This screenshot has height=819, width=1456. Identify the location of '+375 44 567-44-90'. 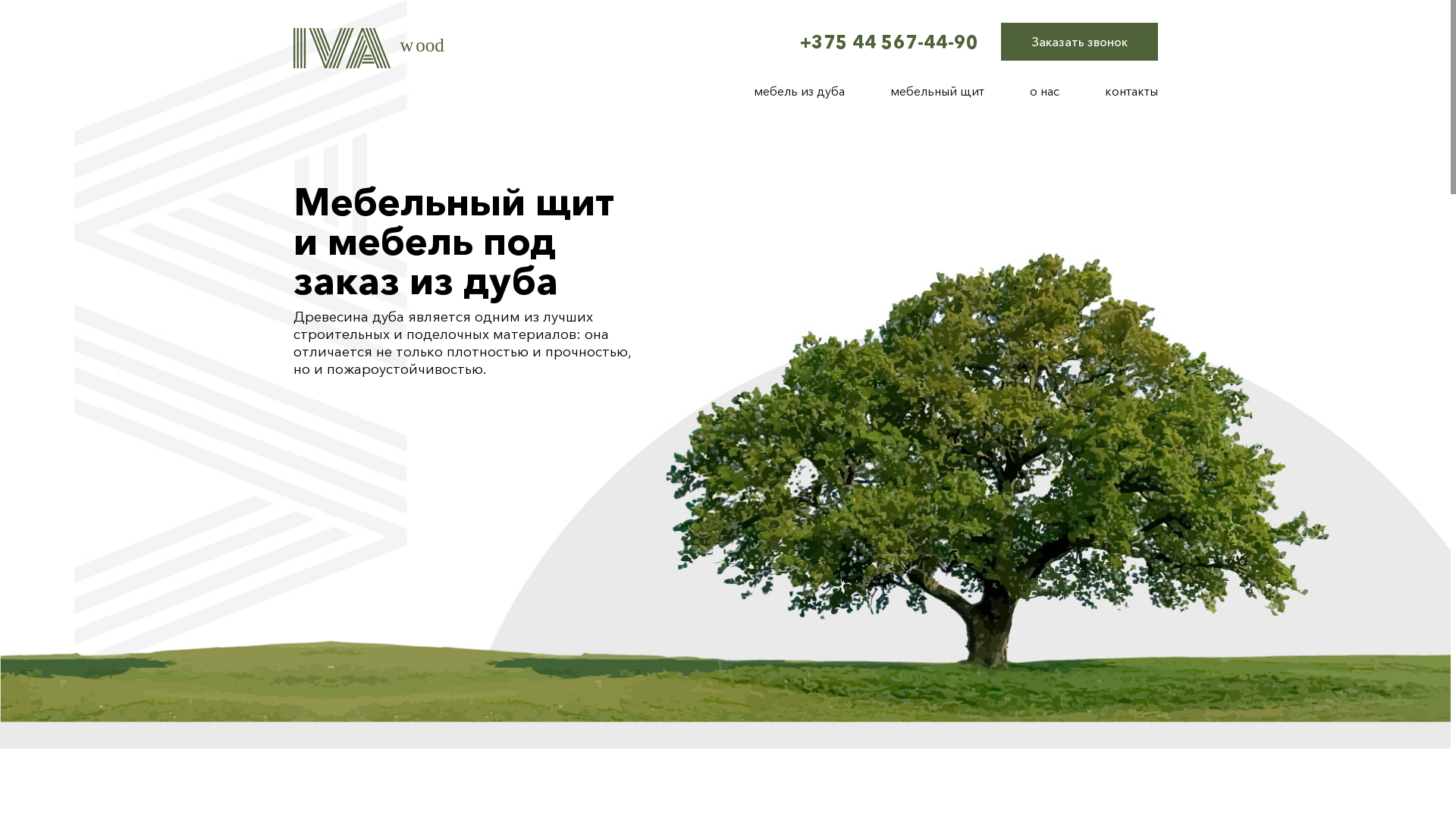
(888, 40).